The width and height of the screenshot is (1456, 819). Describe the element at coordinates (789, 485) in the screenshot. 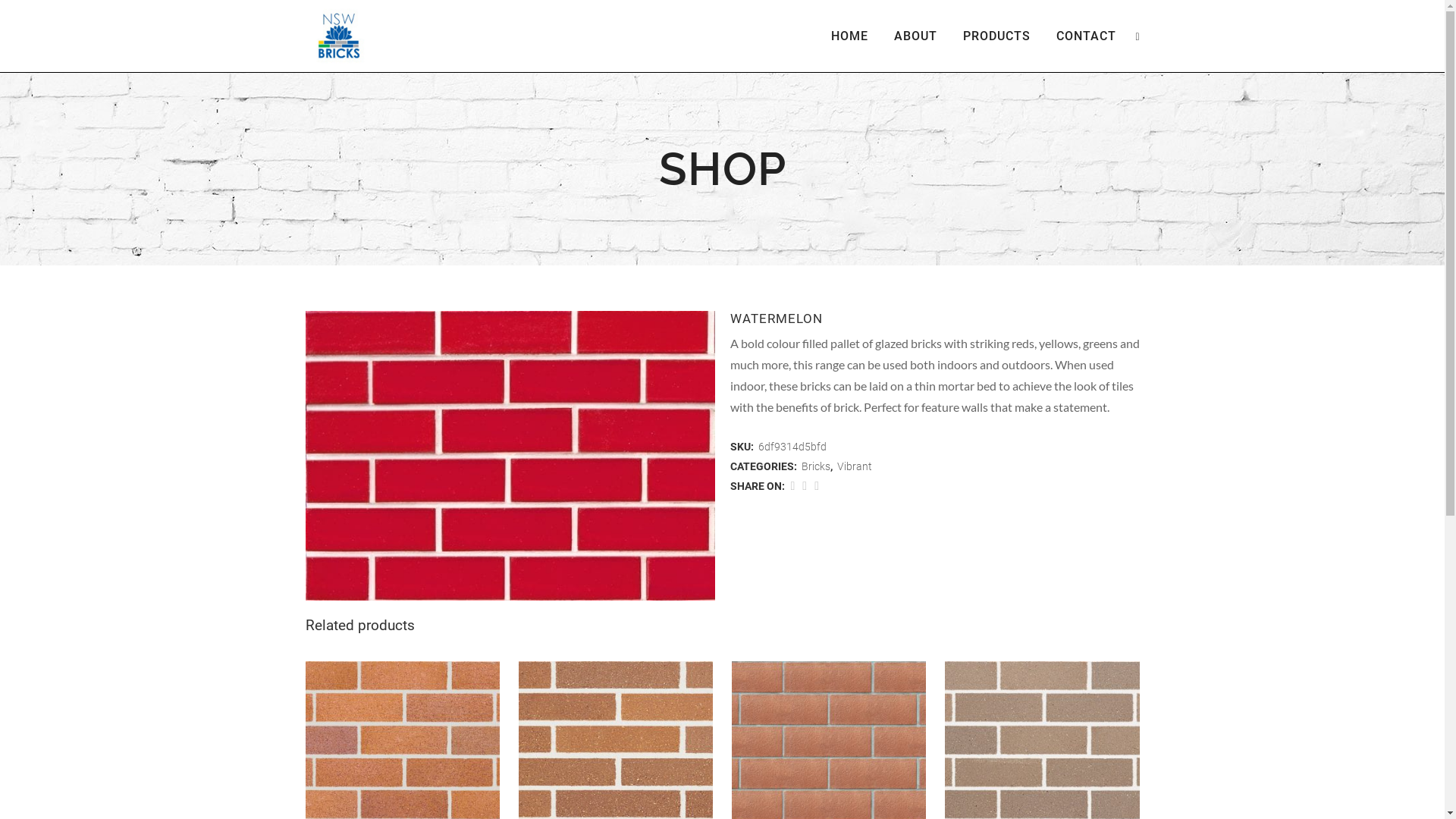

I see `'Share on Facebook'` at that location.